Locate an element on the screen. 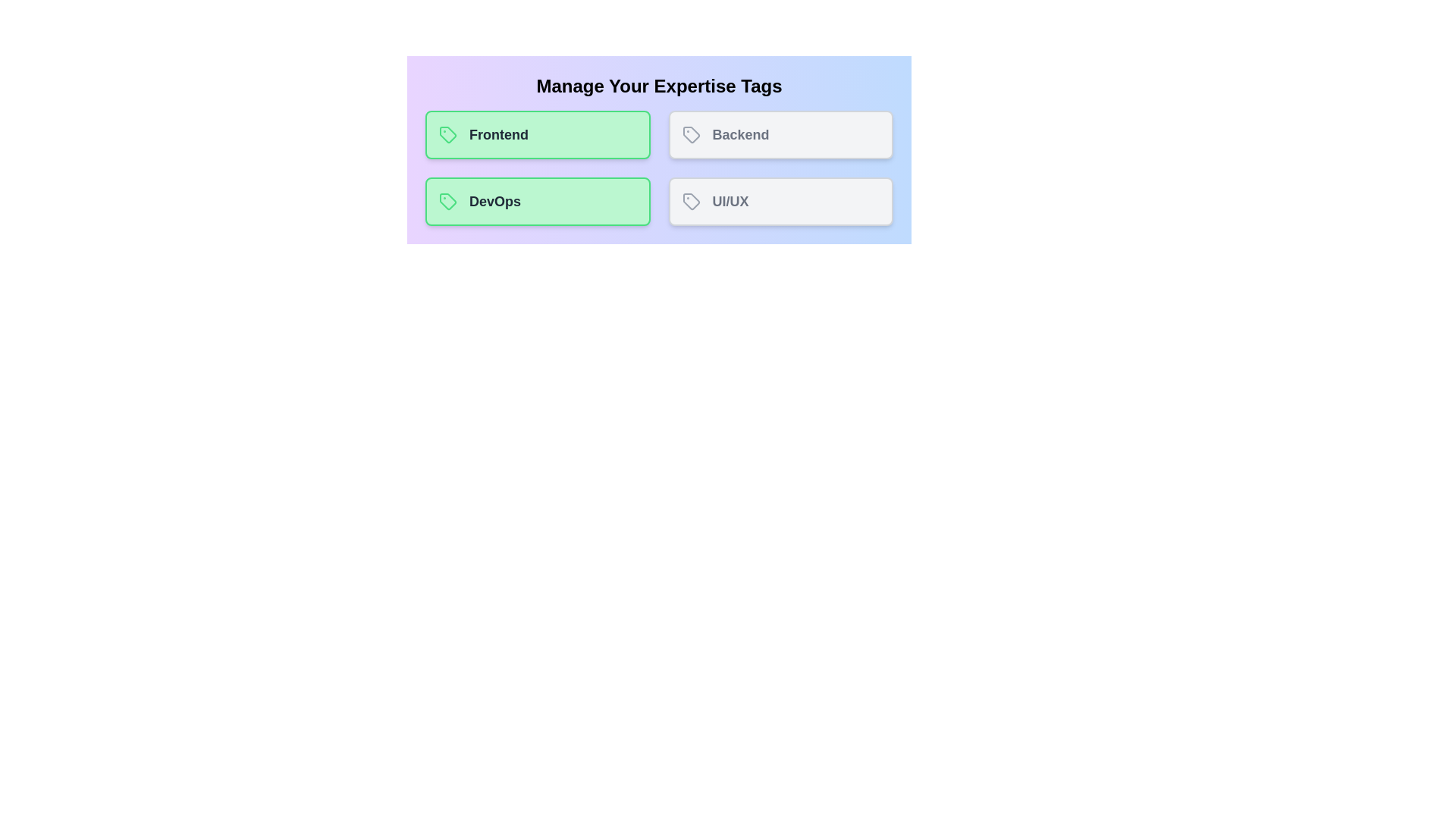 The height and width of the screenshot is (819, 1456). the center of the header to focus on it is located at coordinates (659, 86).